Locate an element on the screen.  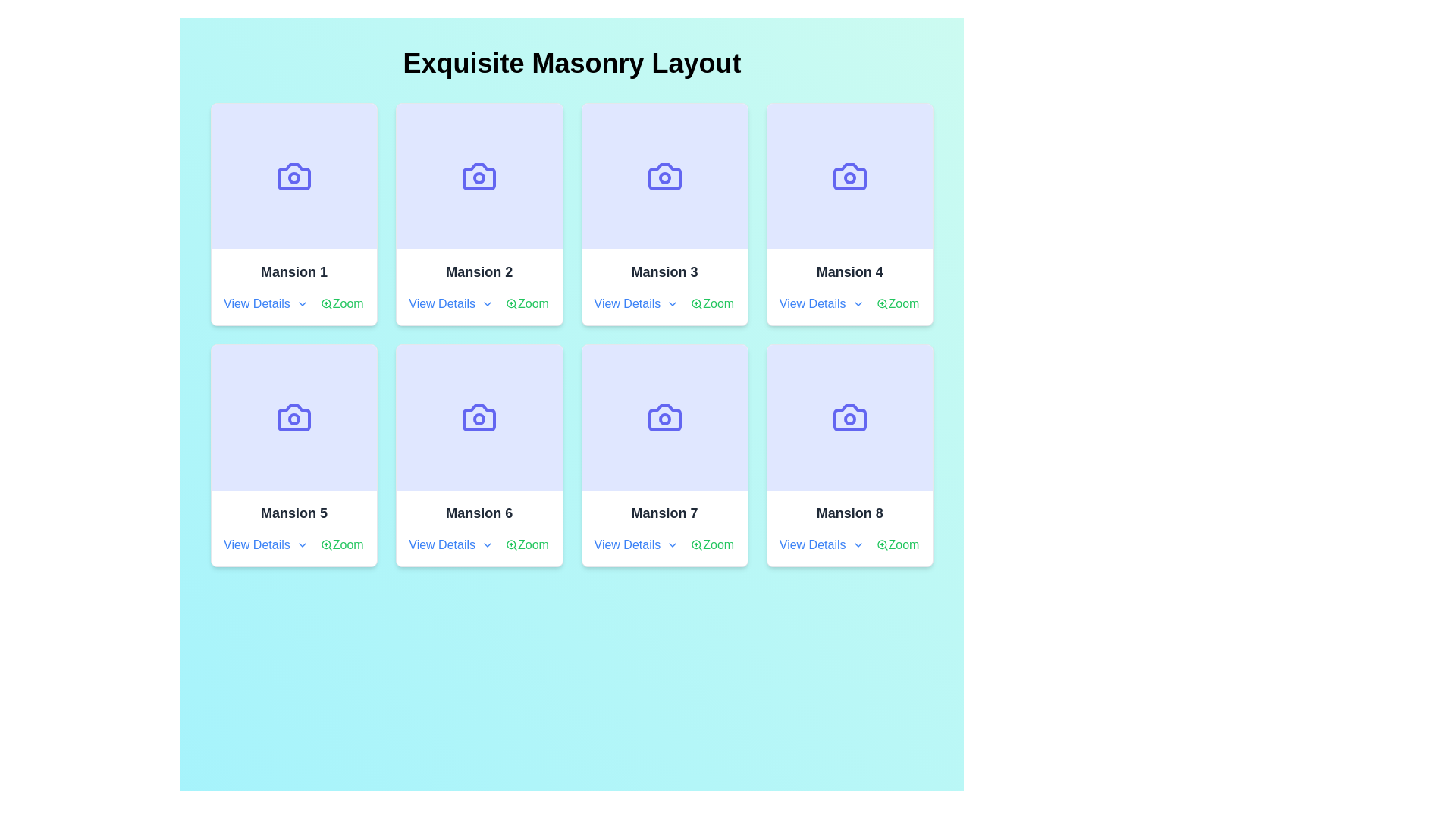
the fifth card in the gallery layout representing 'Mansion 5' is located at coordinates (294, 455).